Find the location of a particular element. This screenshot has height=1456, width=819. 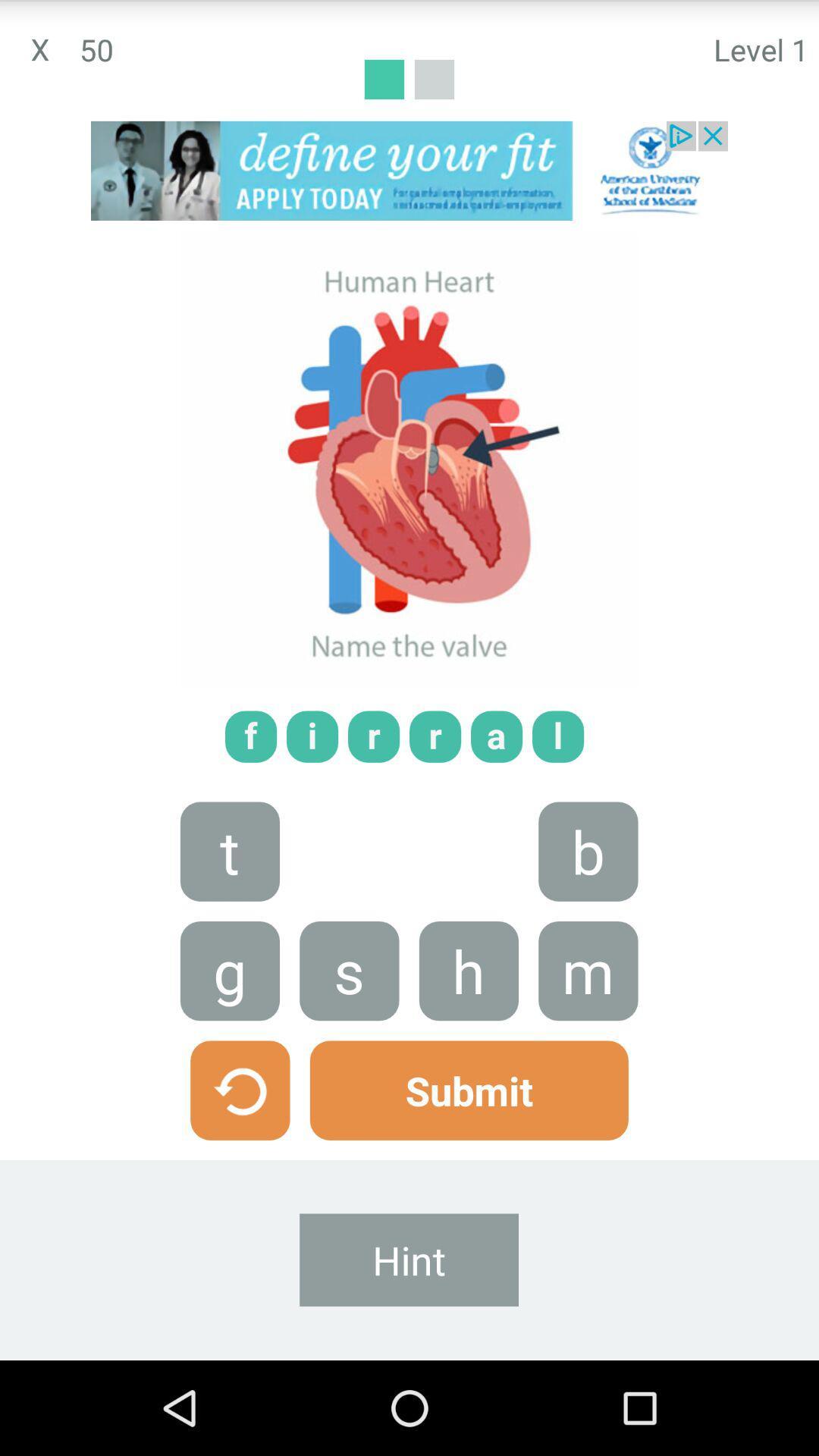

advertisement is located at coordinates (409, 171).